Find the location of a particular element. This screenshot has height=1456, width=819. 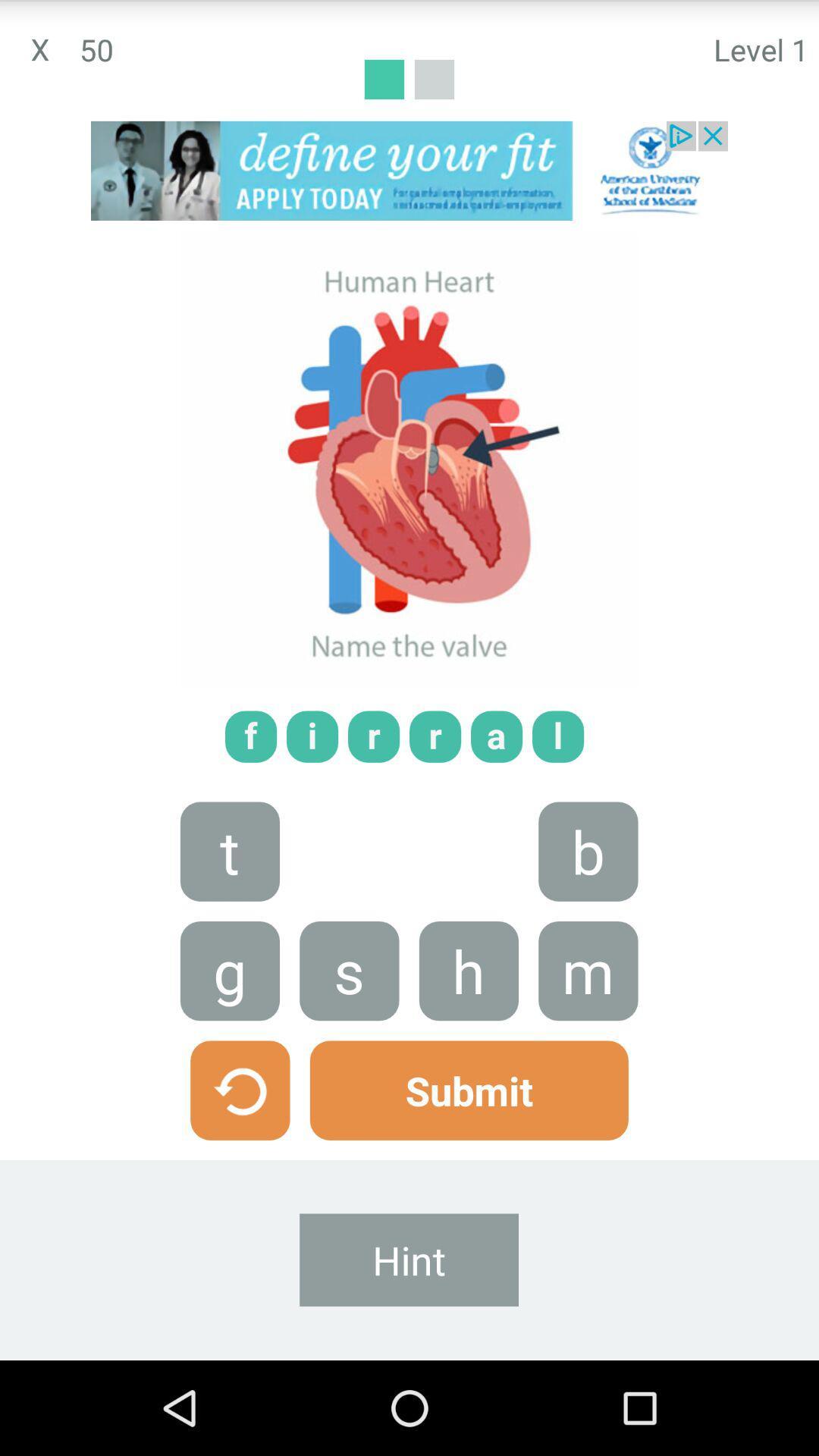

advertisement is located at coordinates (409, 171).